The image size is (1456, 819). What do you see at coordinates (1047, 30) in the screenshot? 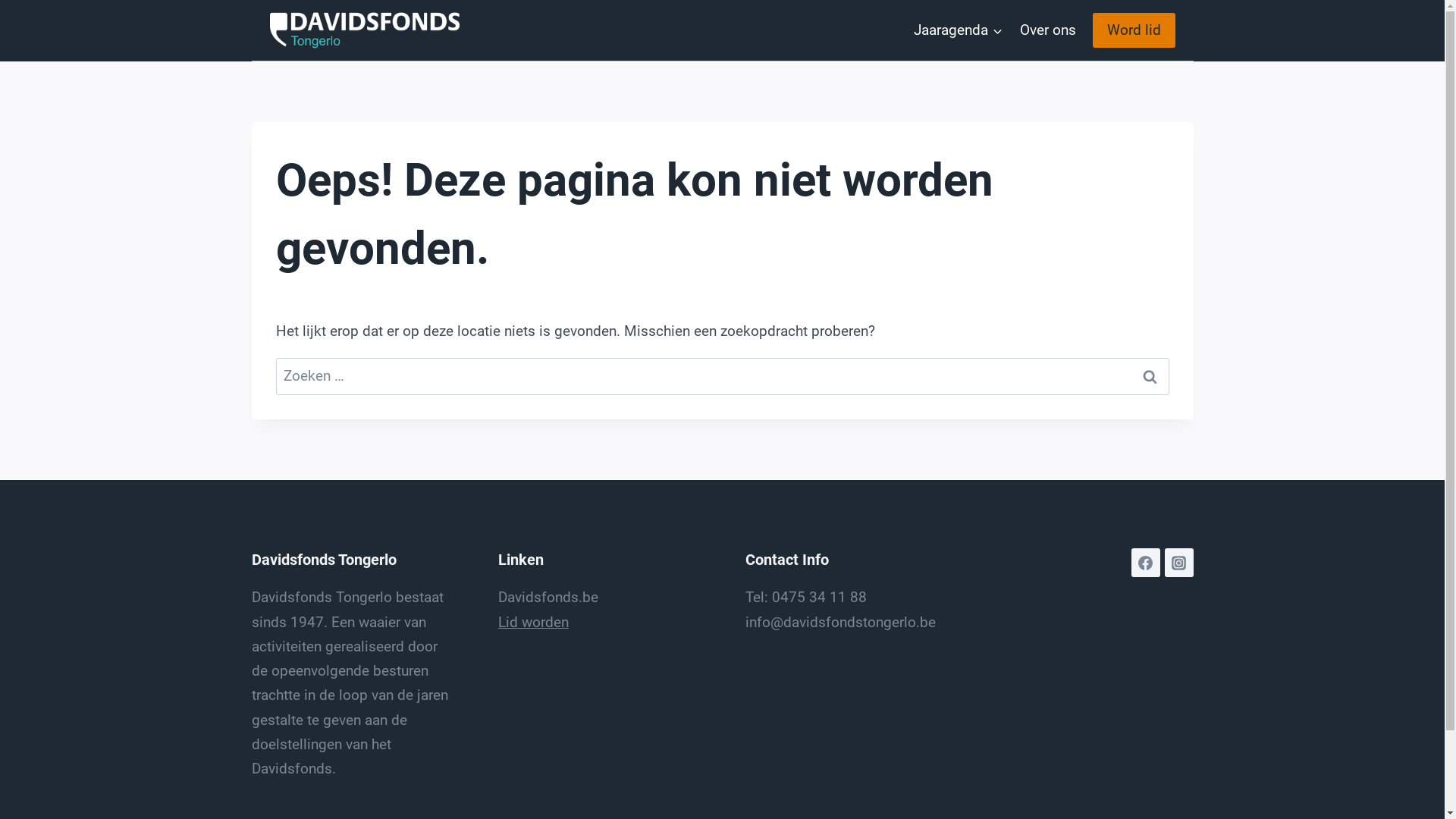
I see `'Over ons'` at bounding box center [1047, 30].